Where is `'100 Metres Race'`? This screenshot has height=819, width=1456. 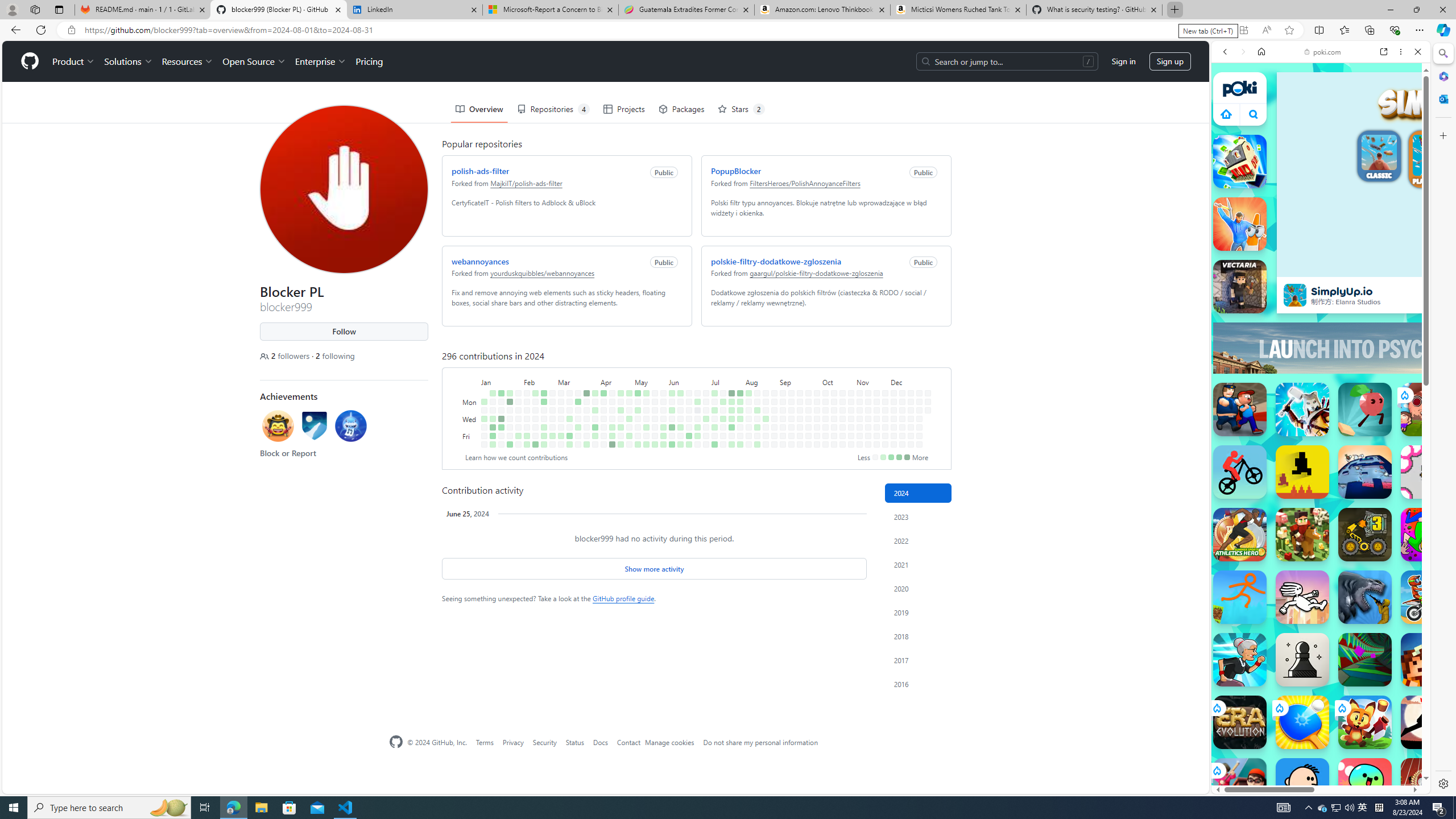 '100 Metres Race' is located at coordinates (1428, 784).